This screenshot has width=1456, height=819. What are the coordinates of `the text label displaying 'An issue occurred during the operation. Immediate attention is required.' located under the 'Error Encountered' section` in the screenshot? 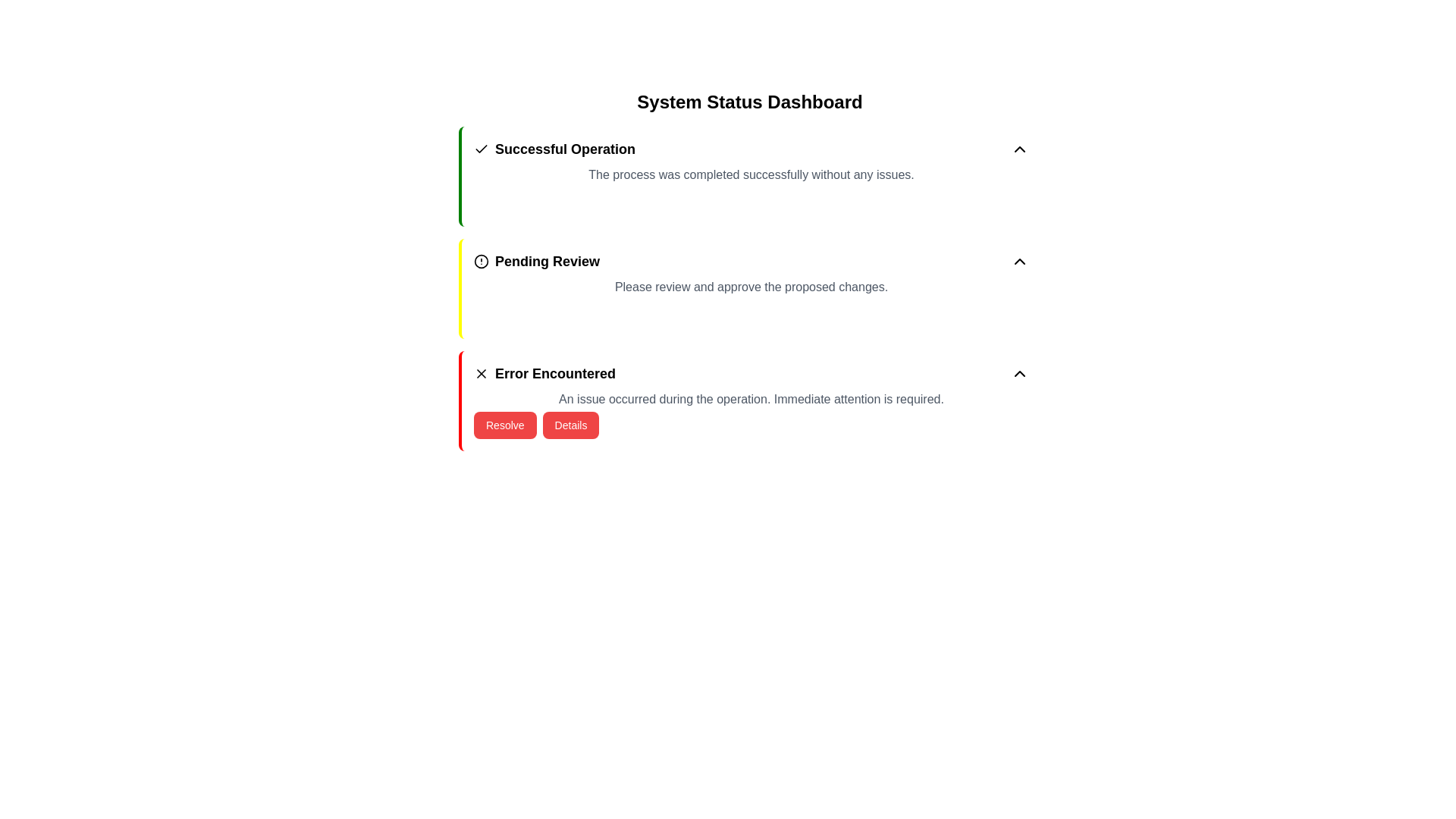 It's located at (751, 399).